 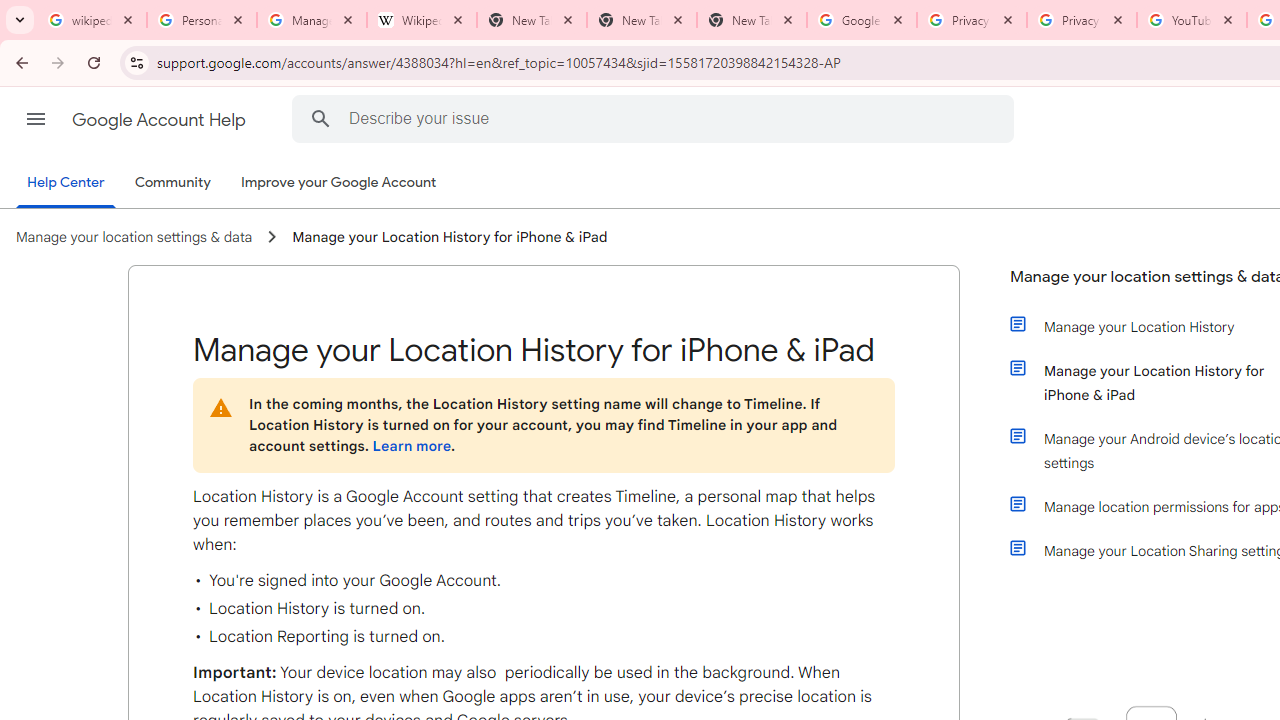 I want to click on 'Personalization & Google Search results - Google Search Help', so click(x=202, y=20).